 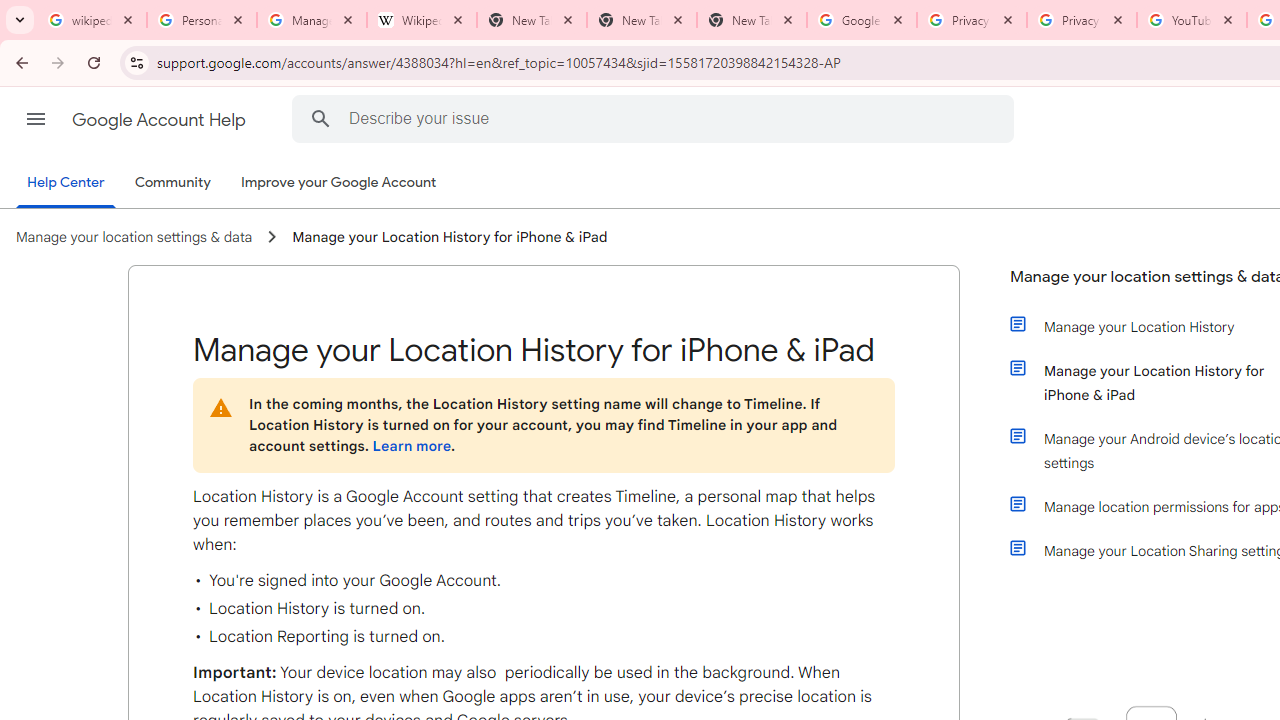 I want to click on 'Personalization & Google Search results - Google Search Help', so click(x=202, y=20).